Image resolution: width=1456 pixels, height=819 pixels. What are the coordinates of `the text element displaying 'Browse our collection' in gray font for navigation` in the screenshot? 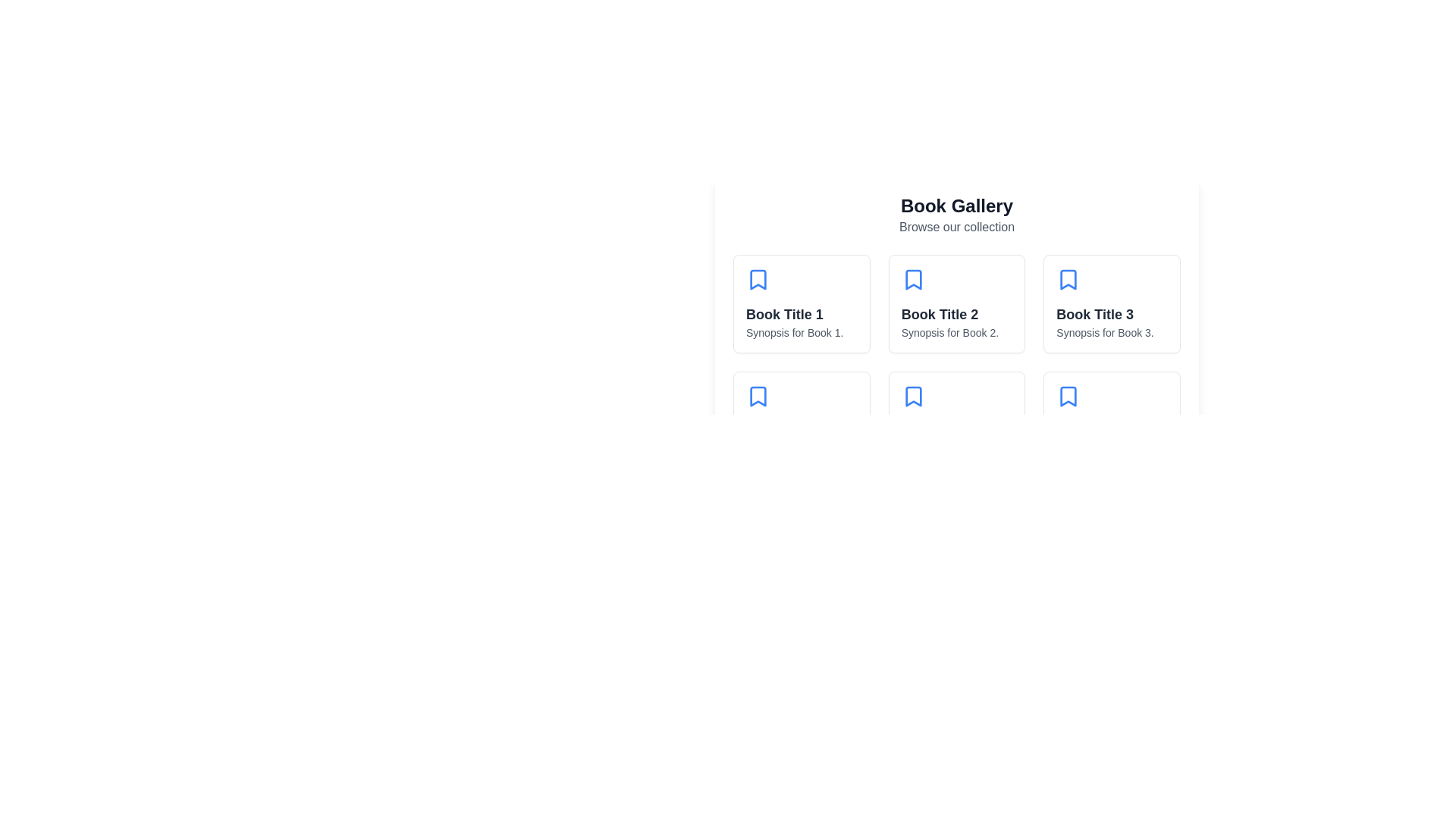 It's located at (956, 227).